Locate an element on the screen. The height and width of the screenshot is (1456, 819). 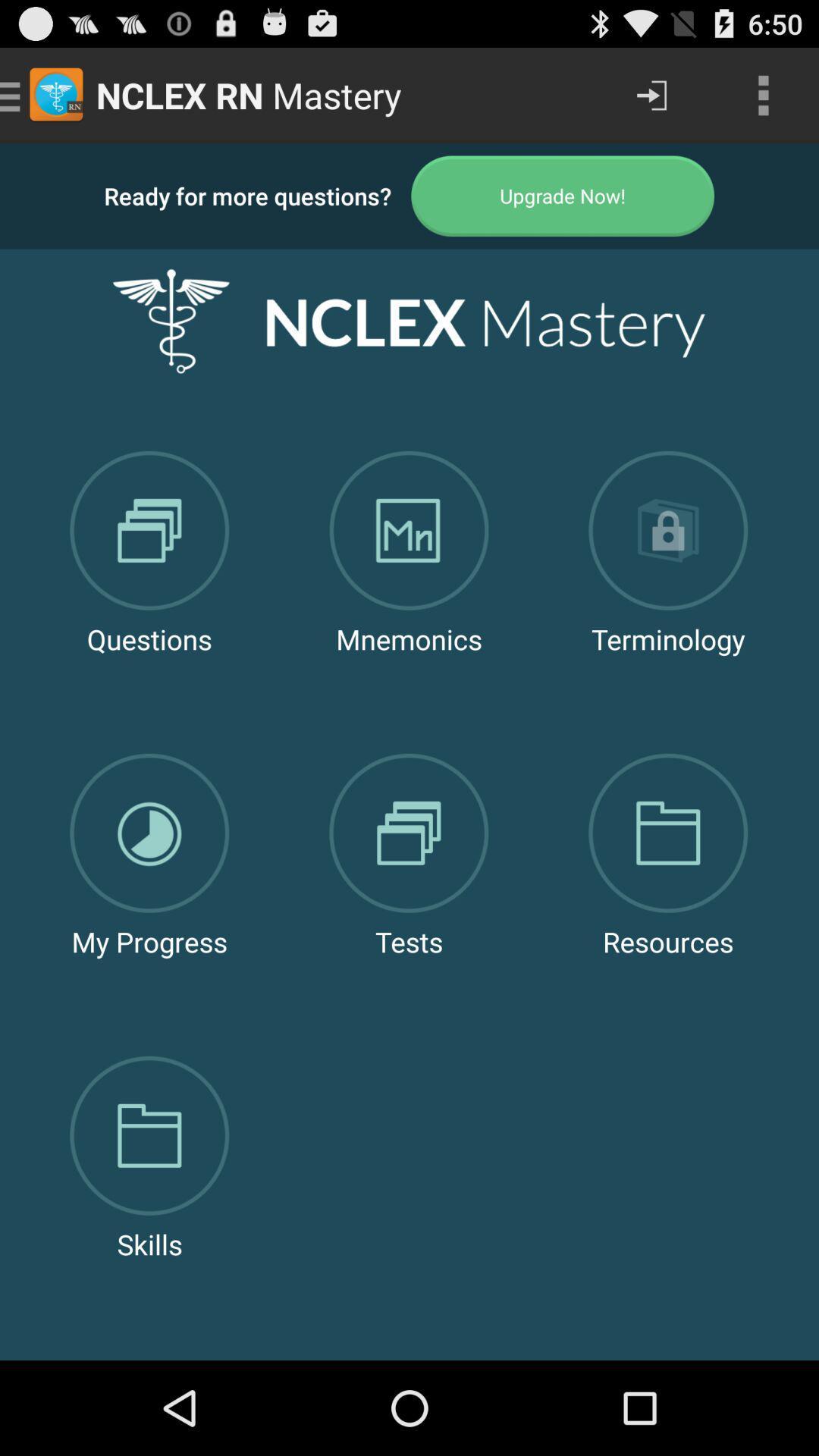
the icon next to nclex rn mastery app is located at coordinates (651, 94).